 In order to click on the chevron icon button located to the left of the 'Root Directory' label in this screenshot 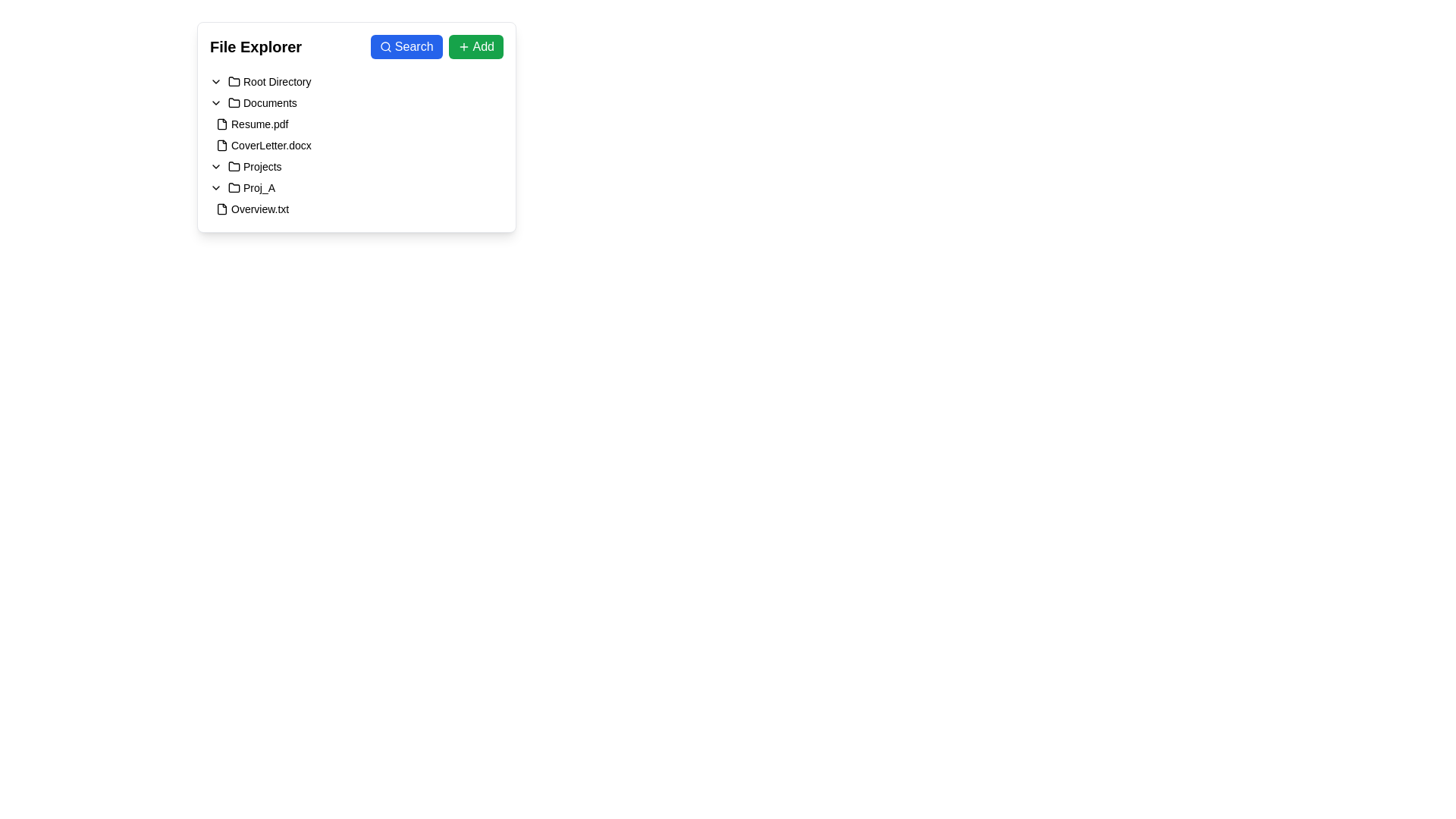, I will do `click(215, 82)`.